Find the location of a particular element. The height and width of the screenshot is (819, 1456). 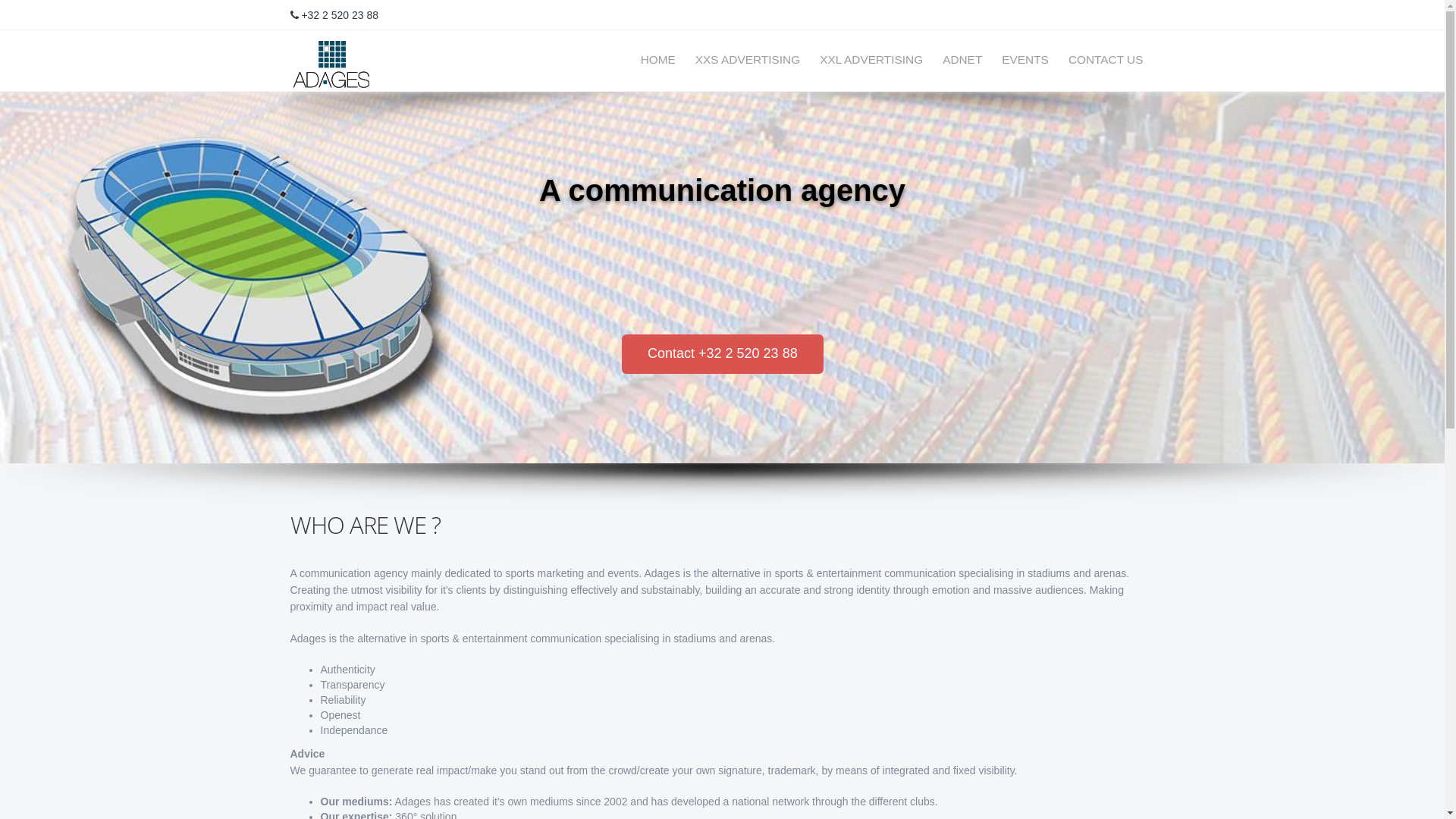

'ADNET' is located at coordinates (930, 58).